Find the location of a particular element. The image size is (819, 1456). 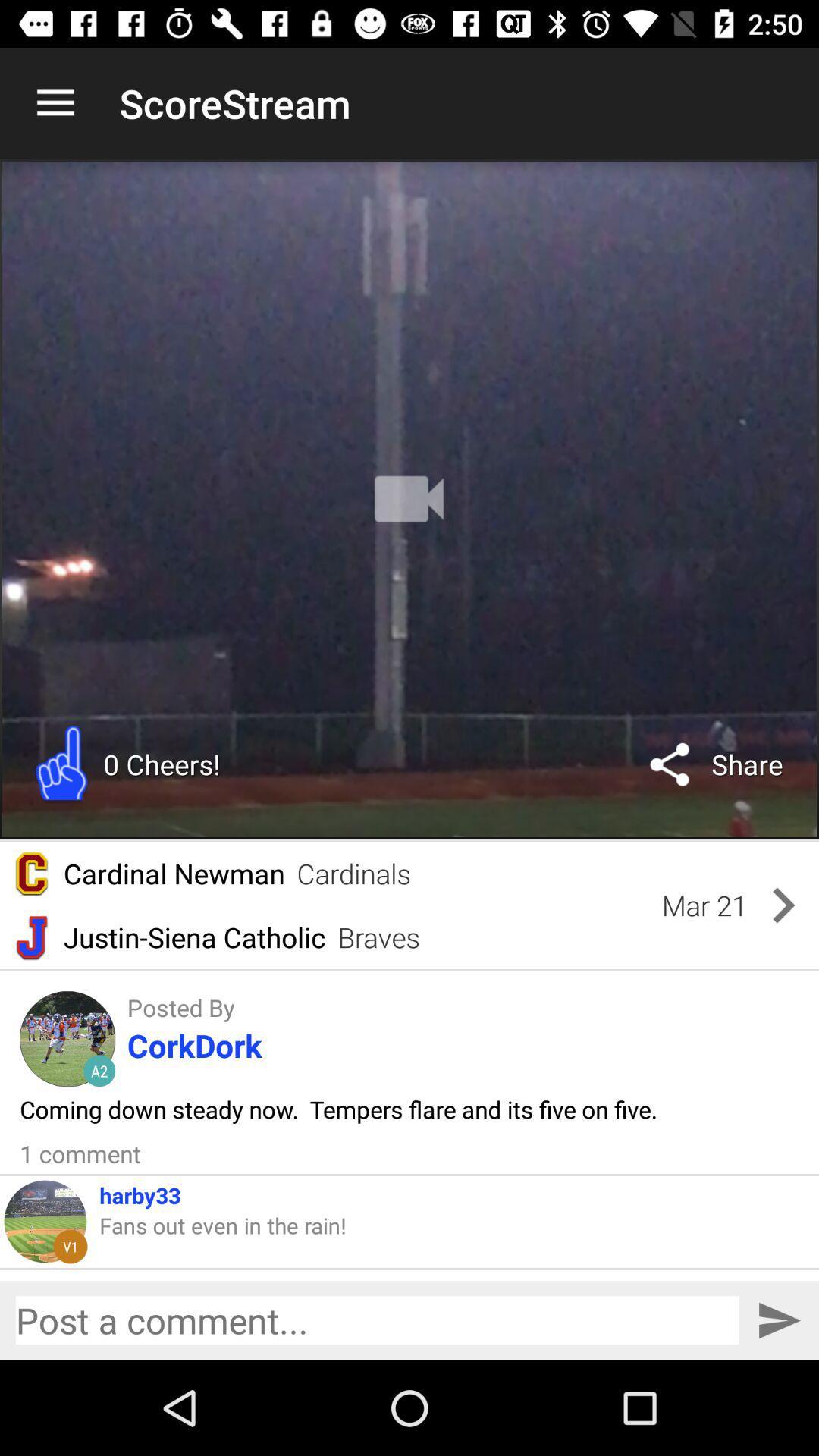

the icon above 1 comment is located at coordinates (337, 1109).